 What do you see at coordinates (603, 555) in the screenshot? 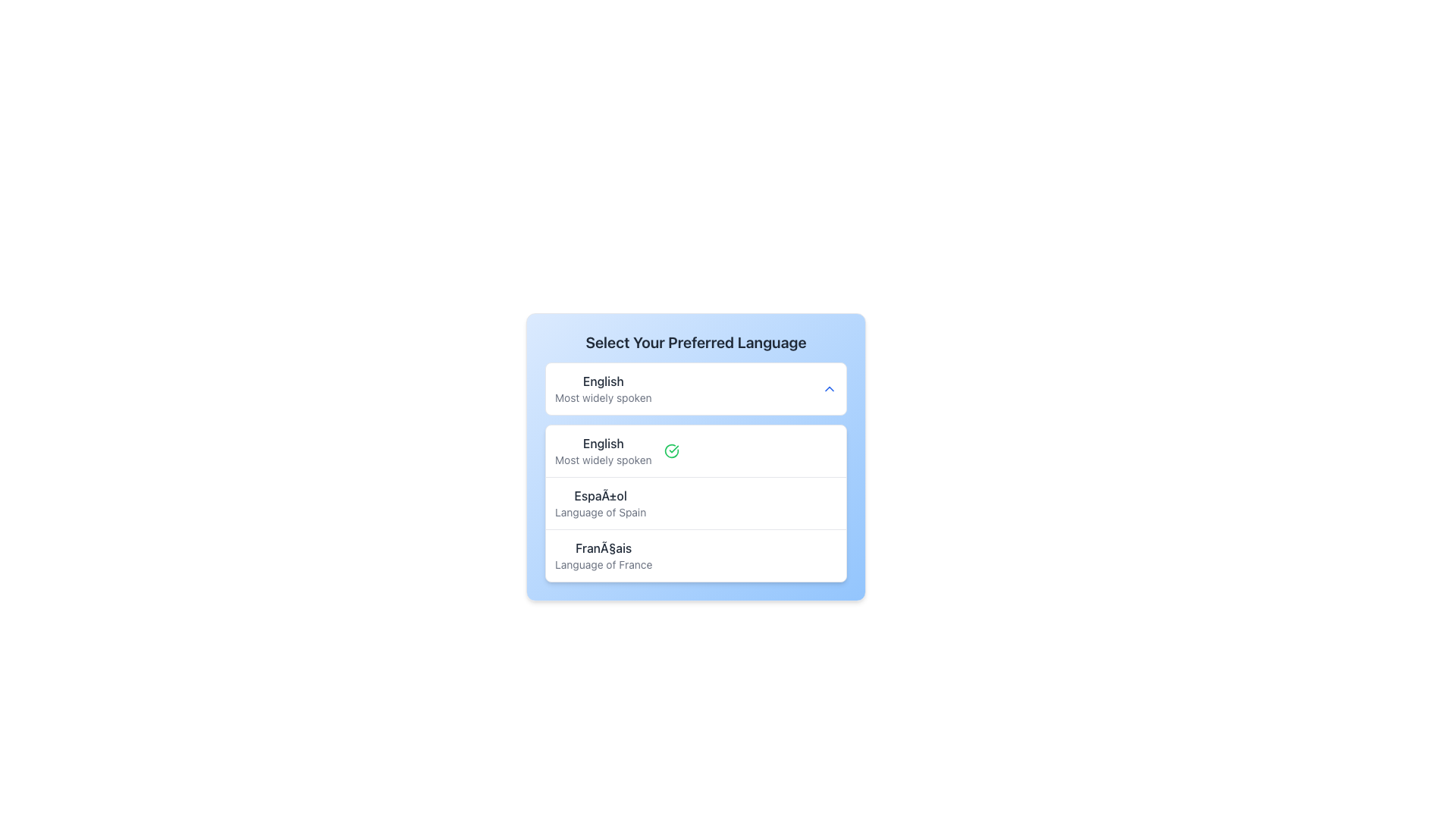
I see `the language option labeled 'Français' in the dropdown menu` at bounding box center [603, 555].